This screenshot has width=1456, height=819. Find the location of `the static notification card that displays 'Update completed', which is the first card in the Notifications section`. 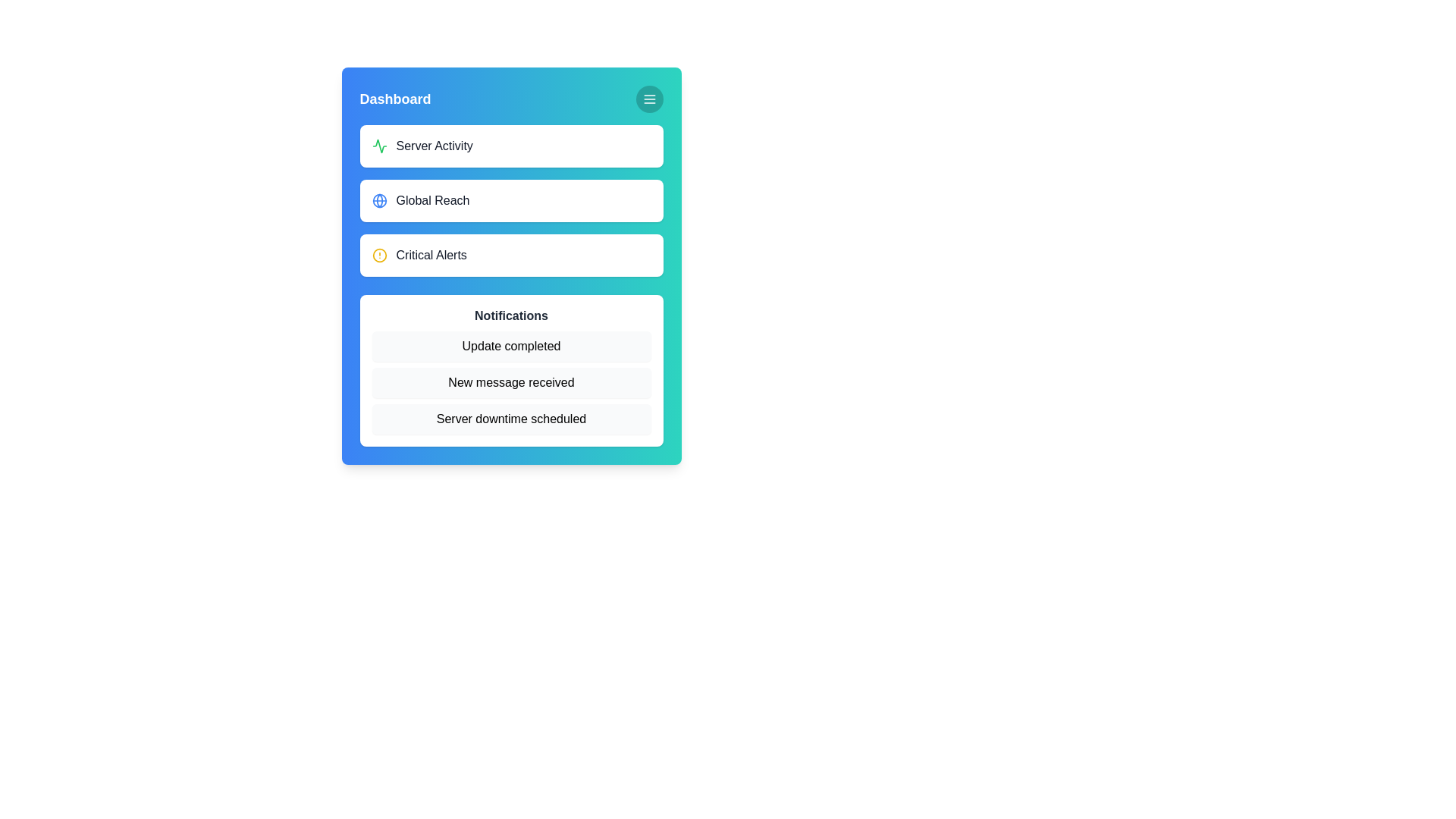

the static notification card that displays 'Update completed', which is the first card in the Notifications section is located at coordinates (511, 346).